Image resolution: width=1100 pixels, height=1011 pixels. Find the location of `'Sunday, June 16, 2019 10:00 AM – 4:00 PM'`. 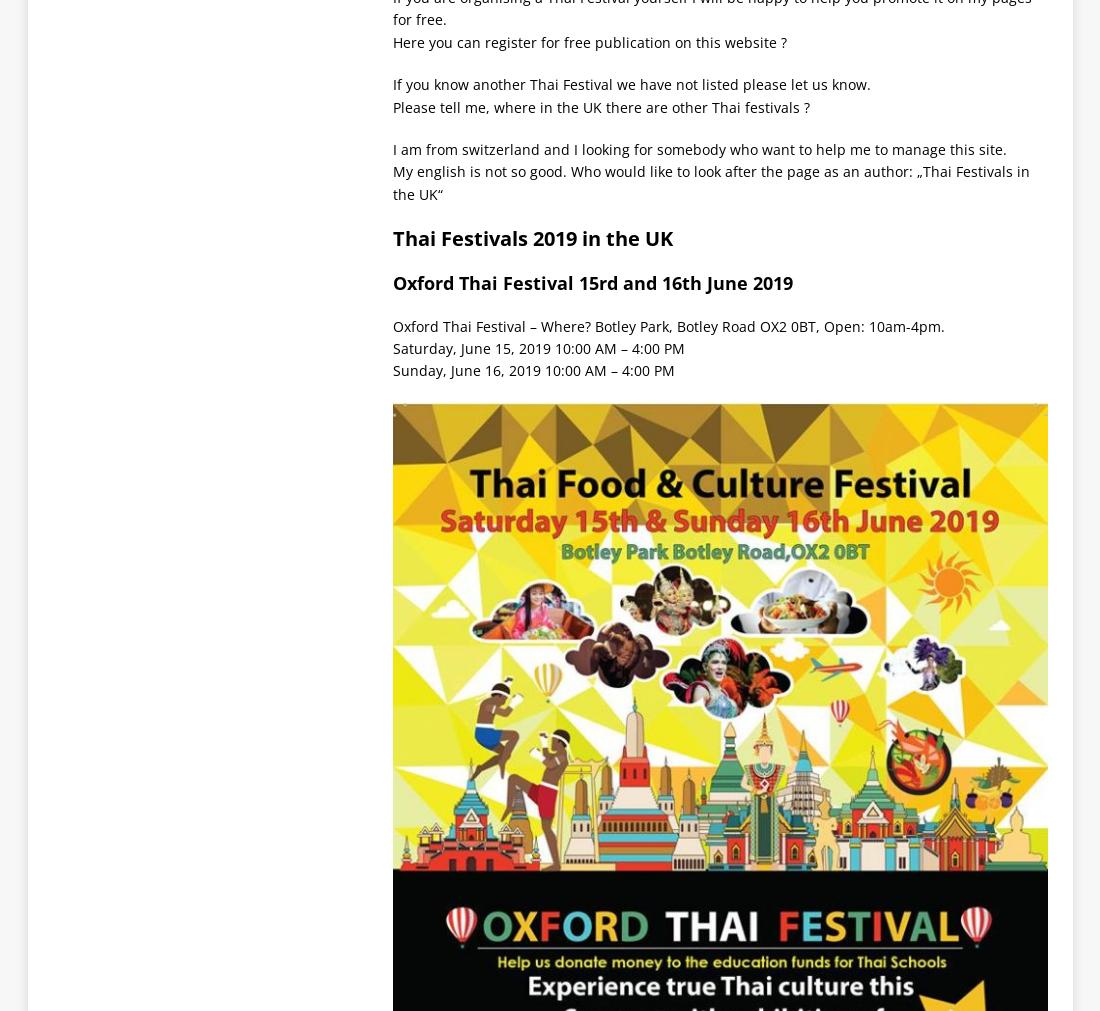

'Sunday, June 16, 2019 10:00 AM – 4:00 PM' is located at coordinates (532, 369).